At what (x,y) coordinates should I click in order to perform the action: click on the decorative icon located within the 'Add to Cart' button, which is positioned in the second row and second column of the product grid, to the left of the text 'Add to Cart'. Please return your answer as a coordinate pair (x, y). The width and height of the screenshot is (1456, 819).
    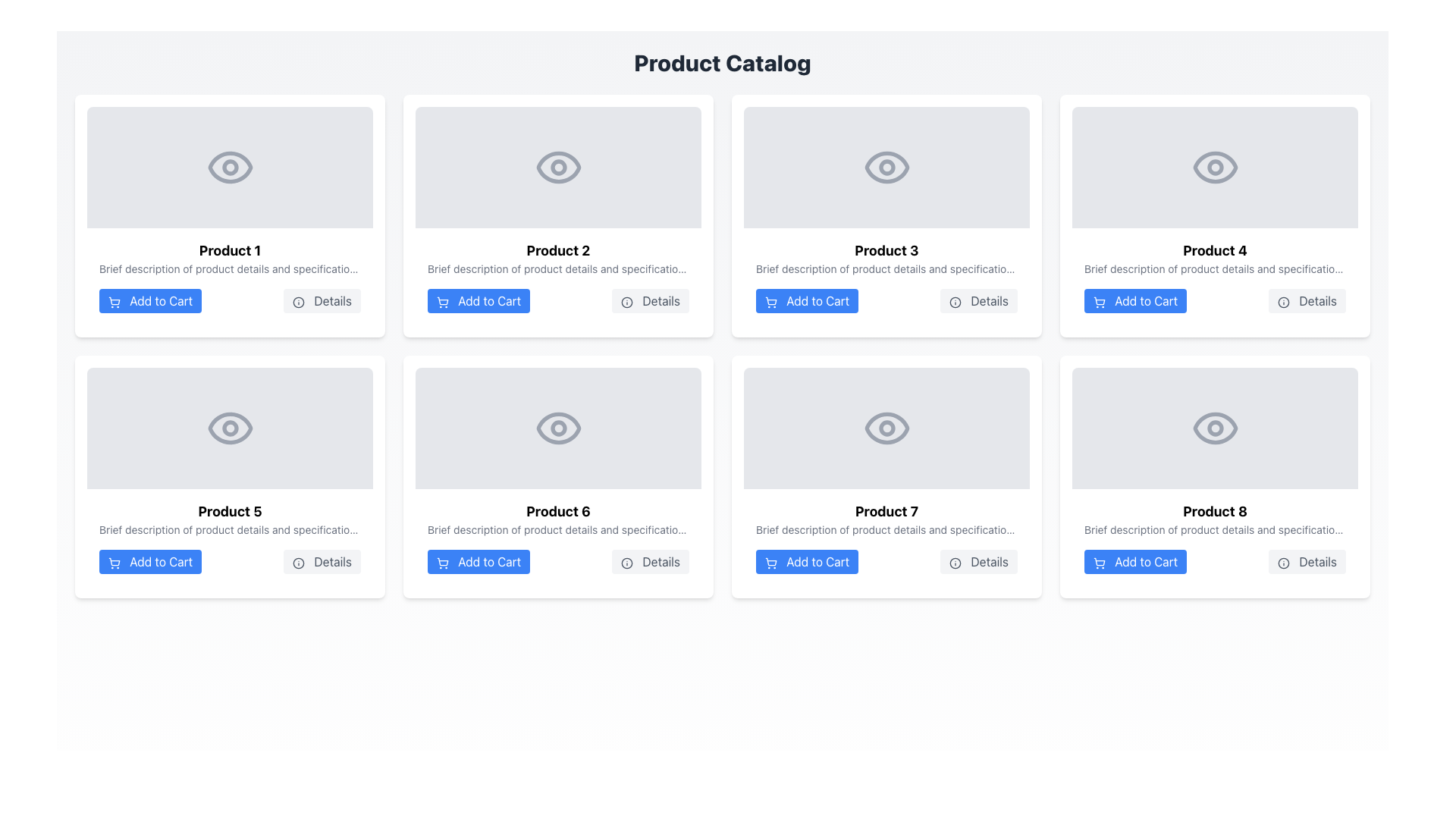
    Looking at the image, I should click on (442, 562).